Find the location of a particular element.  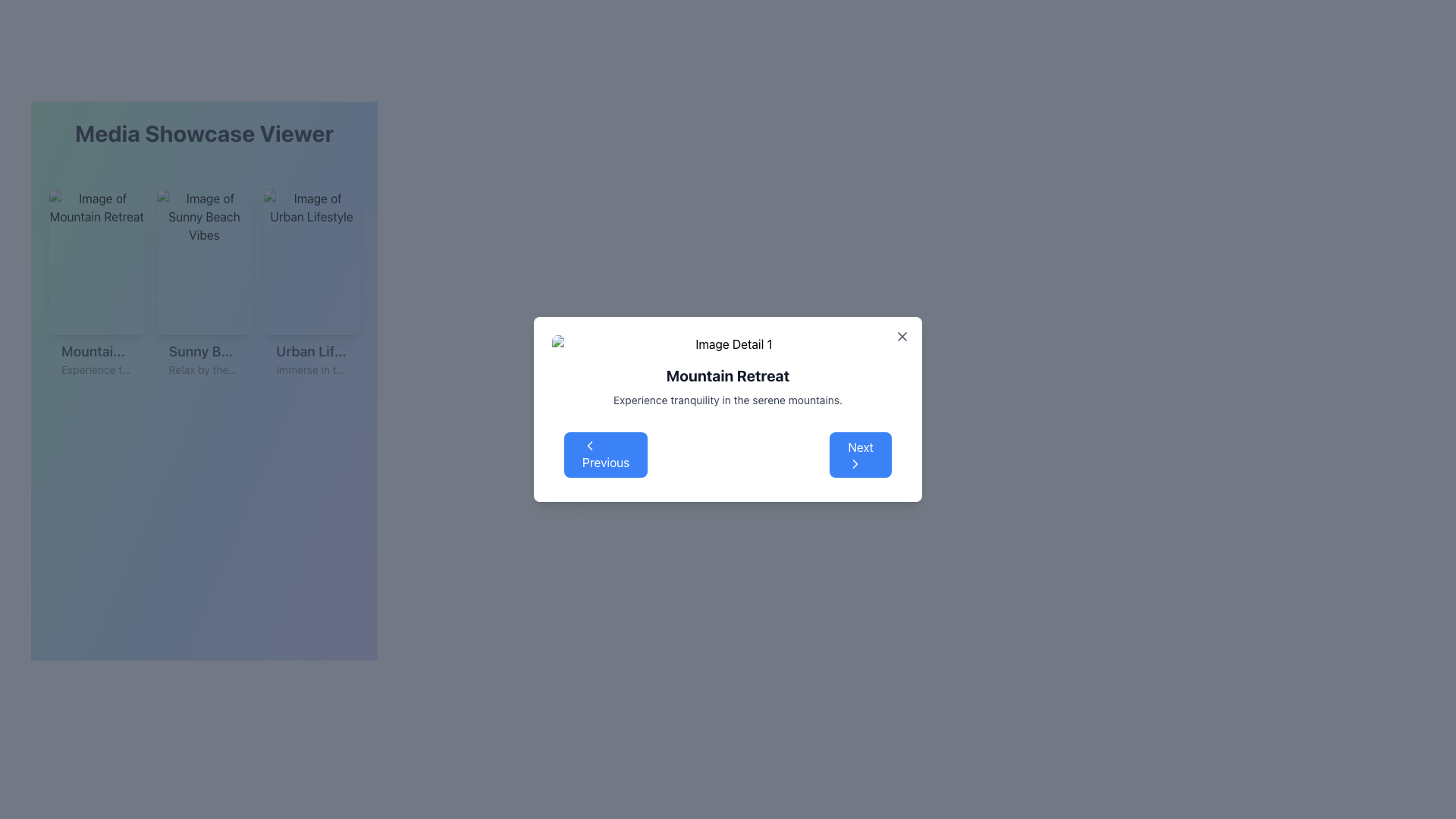

the interactive card for 'Sunny Beach Vibes' located in the Media Showcase Viewer is located at coordinates (203, 287).